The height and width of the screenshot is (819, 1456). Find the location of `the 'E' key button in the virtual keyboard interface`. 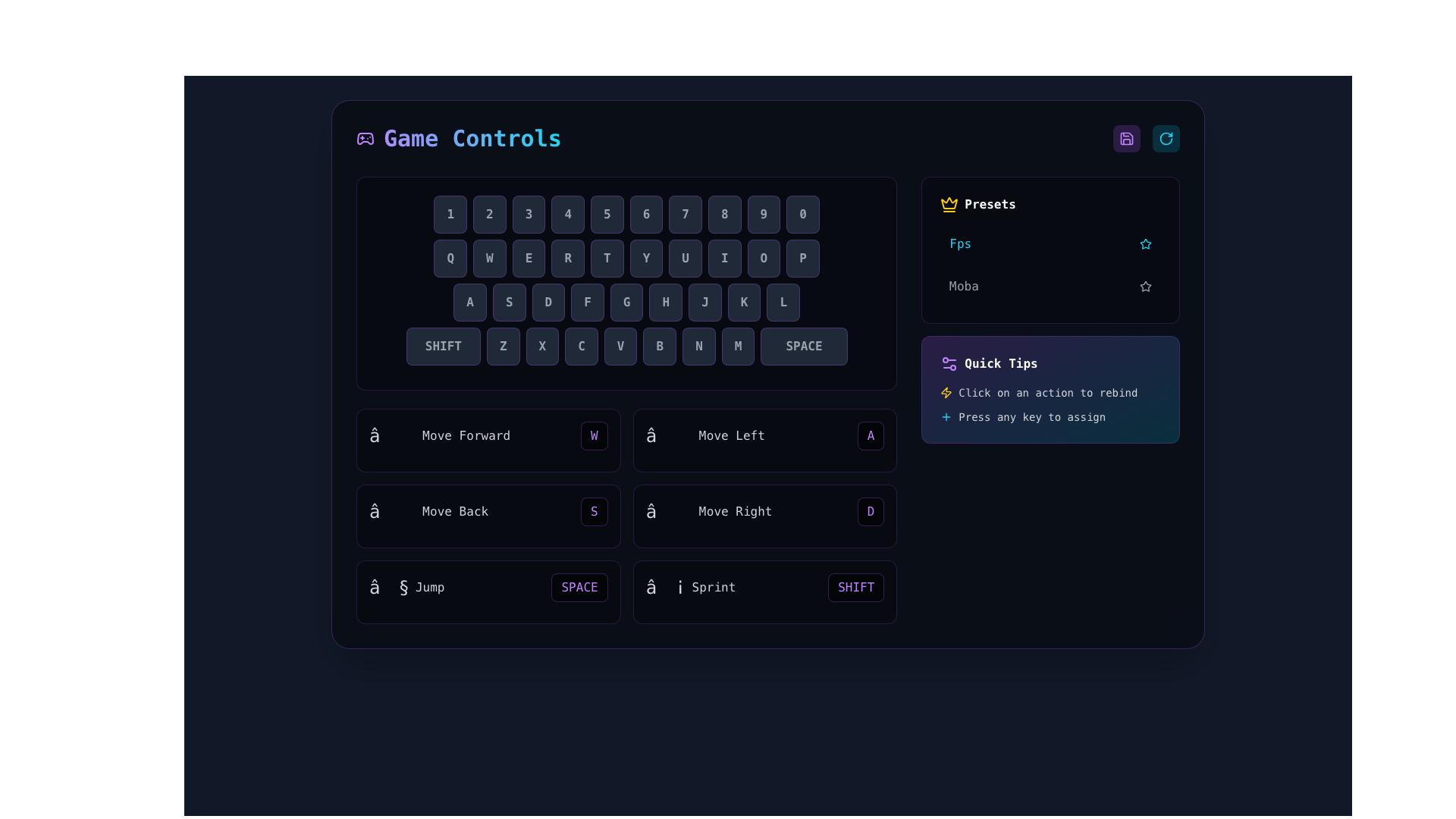

the 'E' key button in the virtual keyboard interface is located at coordinates (529, 257).